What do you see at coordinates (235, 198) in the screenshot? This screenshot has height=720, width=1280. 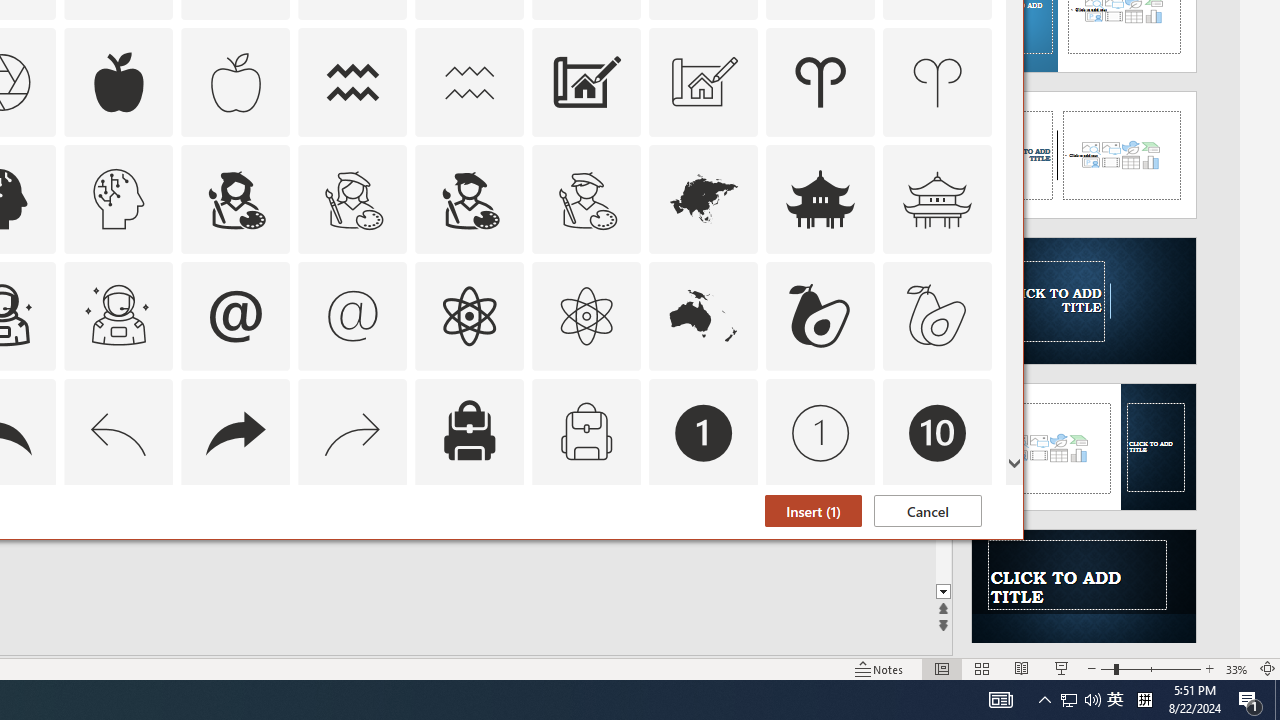 I see `'AutomationID: Icons_ArtistFemale'` at bounding box center [235, 198].